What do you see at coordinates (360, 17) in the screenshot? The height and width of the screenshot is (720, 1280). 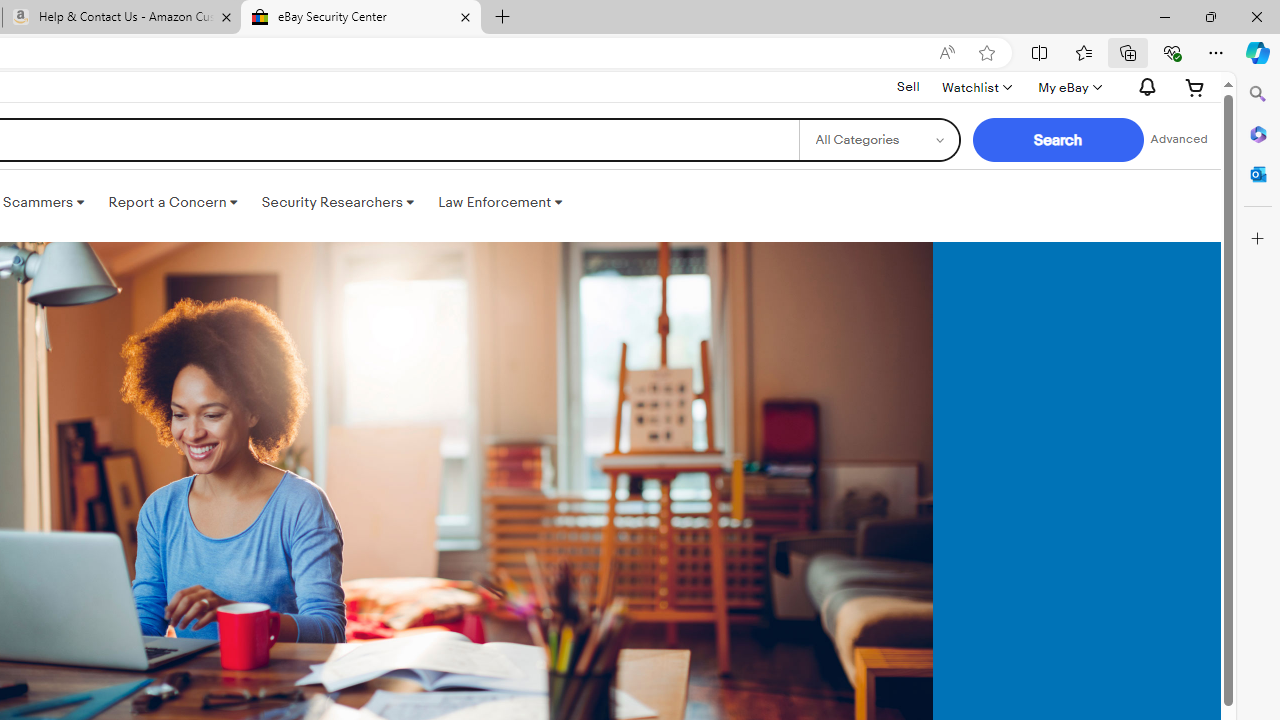 I see `'eBay Security Center'` at bounding box center [360, 17].